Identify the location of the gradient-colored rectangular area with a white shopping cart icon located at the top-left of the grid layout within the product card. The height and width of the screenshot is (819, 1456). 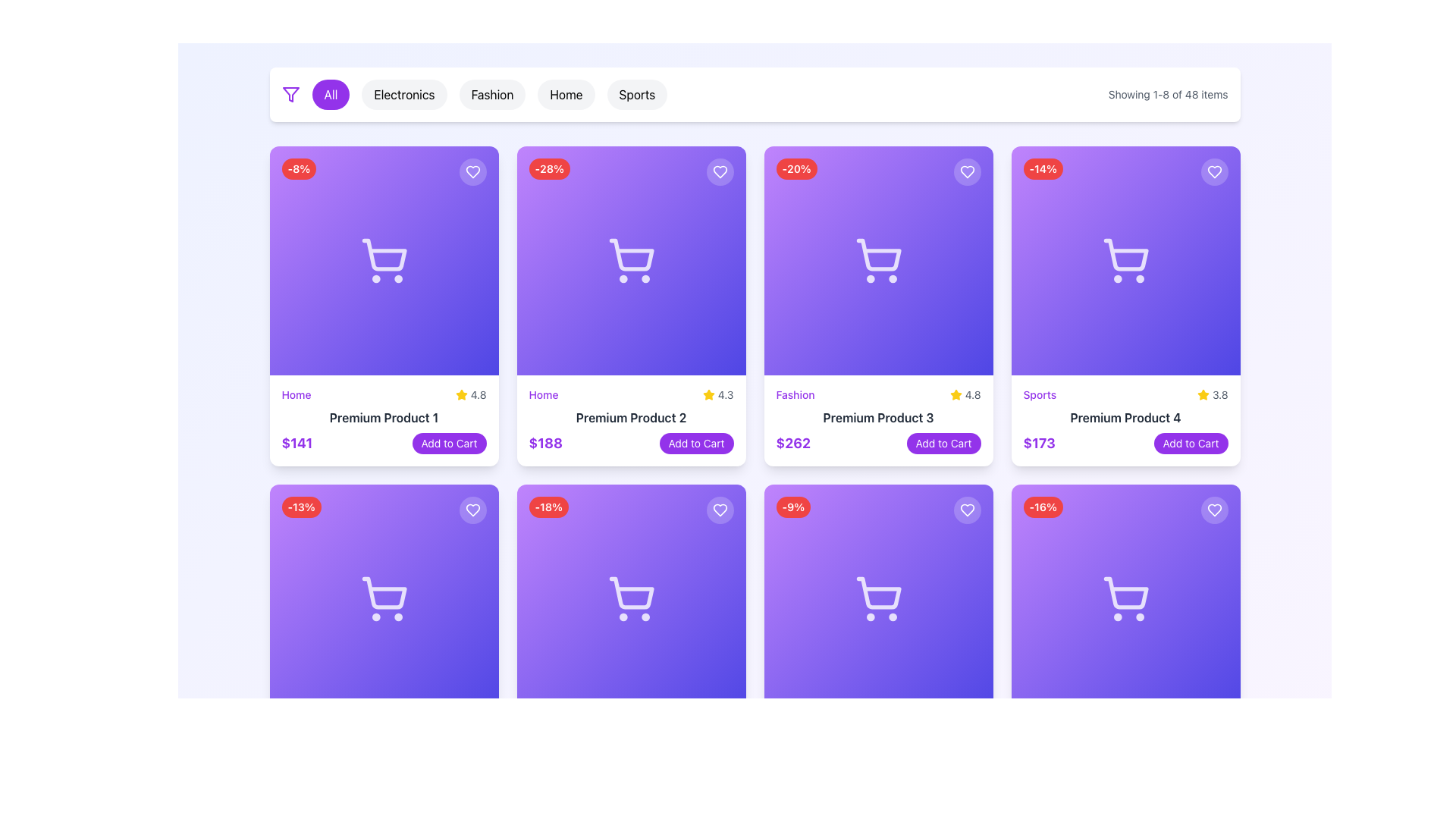
(384, 259).